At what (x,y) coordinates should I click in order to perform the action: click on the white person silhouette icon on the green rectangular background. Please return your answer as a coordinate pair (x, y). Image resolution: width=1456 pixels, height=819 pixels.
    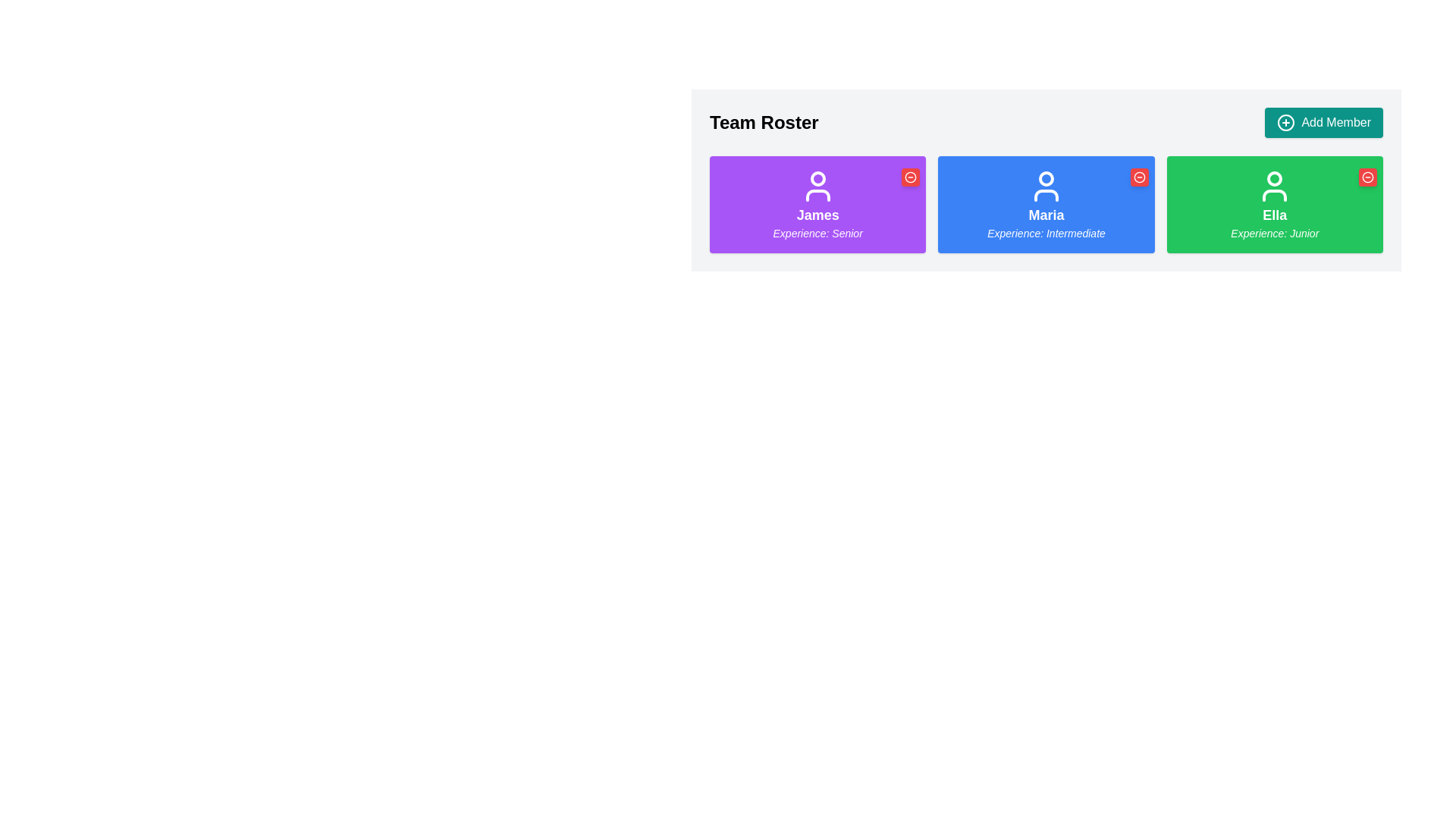
    Looking at the image, I should click on (1274, 186).